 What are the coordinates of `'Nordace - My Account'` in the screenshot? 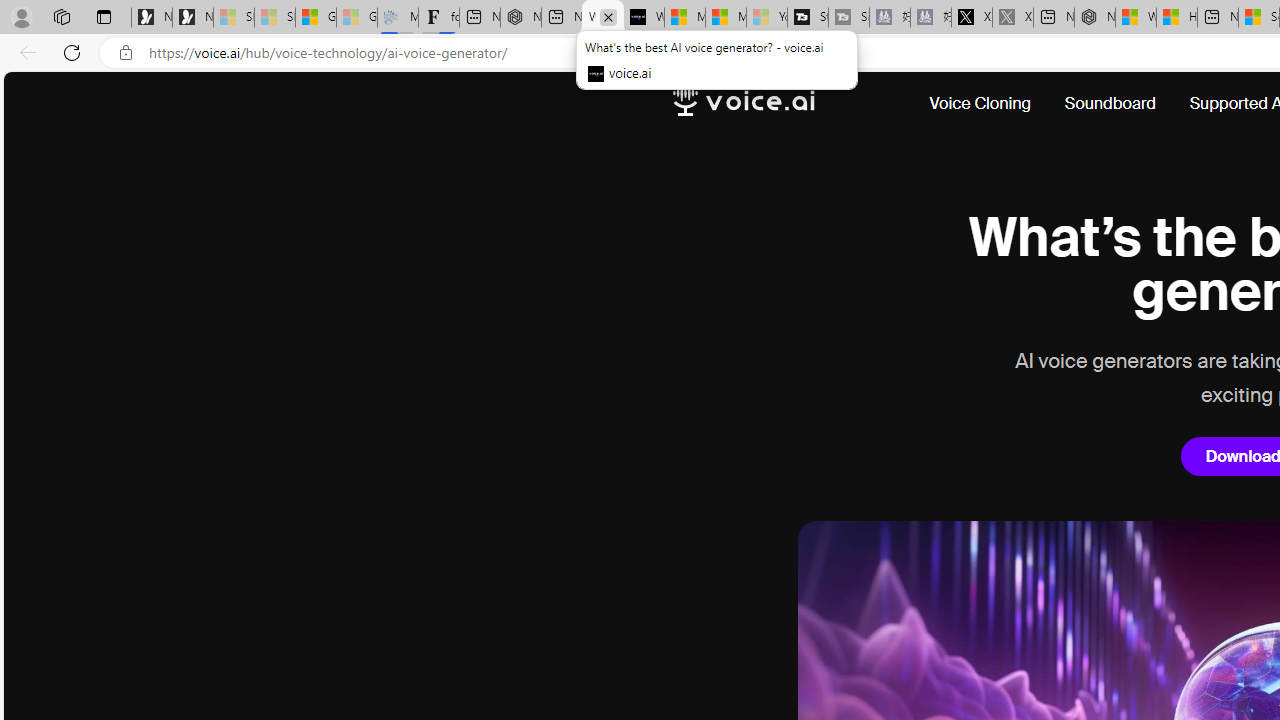 It's located at (1094, 17).